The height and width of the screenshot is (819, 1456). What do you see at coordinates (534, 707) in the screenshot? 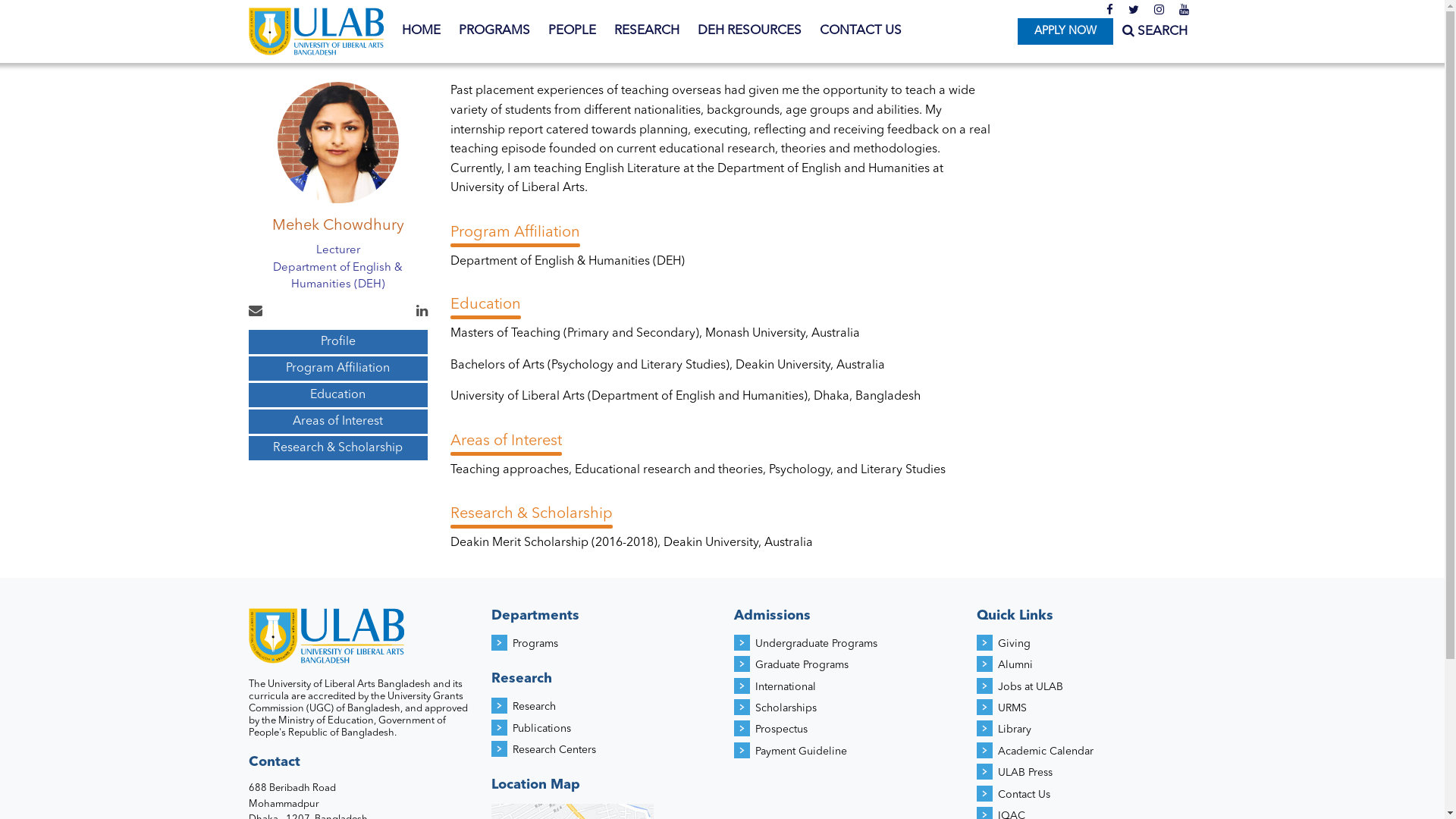
I see `'Research'` at bounding box center [534, 707].